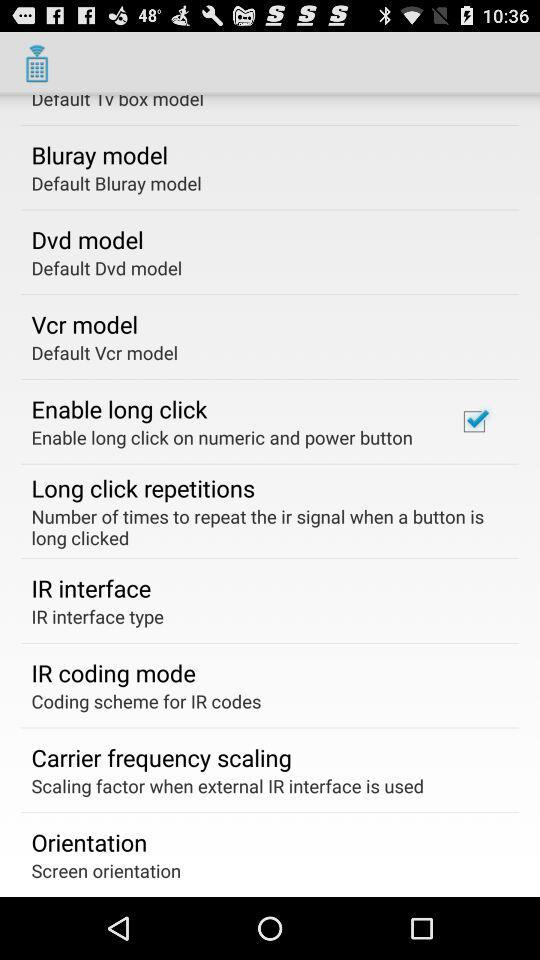 This screenshot has height=960, width=540. I want to click on the coding scheme for, so click(145, 701).